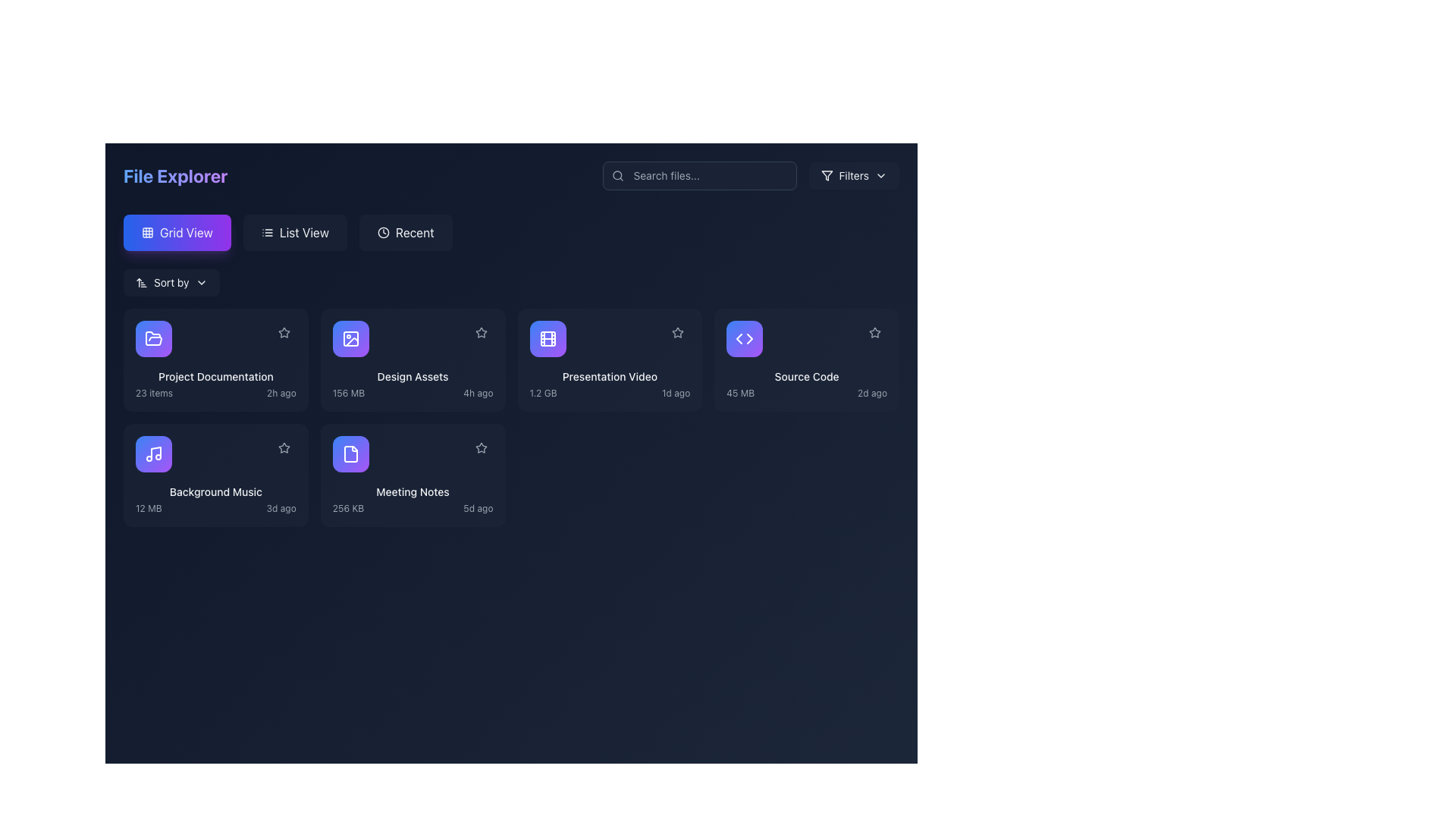 The image size is (1456, 819). Describe the element at coordinates (740, 393) in the screenshot. I see `the text label displaying '45 MB' in the Source Code card within the File Explorer interface` at that location.